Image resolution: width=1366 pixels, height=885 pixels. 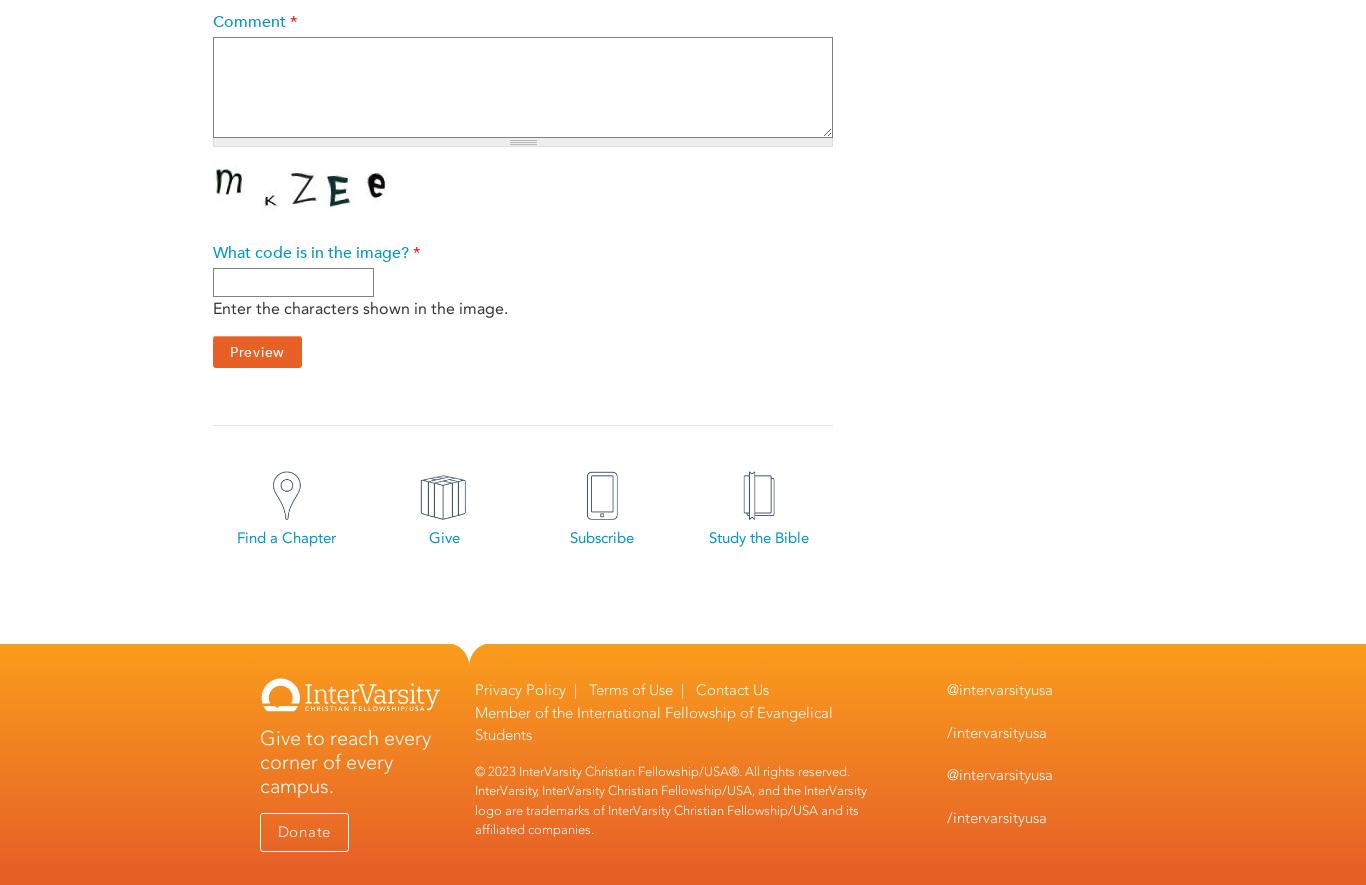 What do you see at coordinates (568, 536) in the screenshot?
I see `'Subscribe'` at bounding box center [568, 536].